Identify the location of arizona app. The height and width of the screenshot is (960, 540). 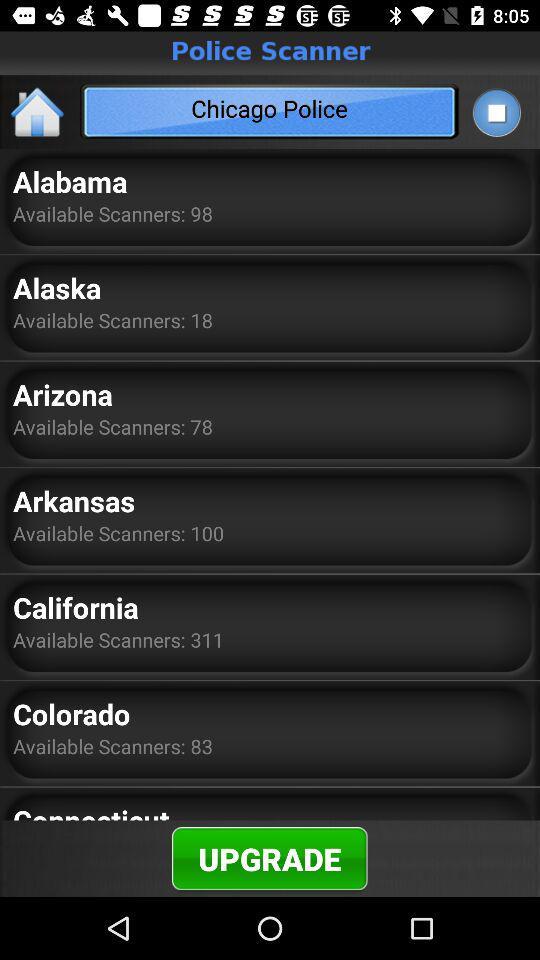
(63, 393).